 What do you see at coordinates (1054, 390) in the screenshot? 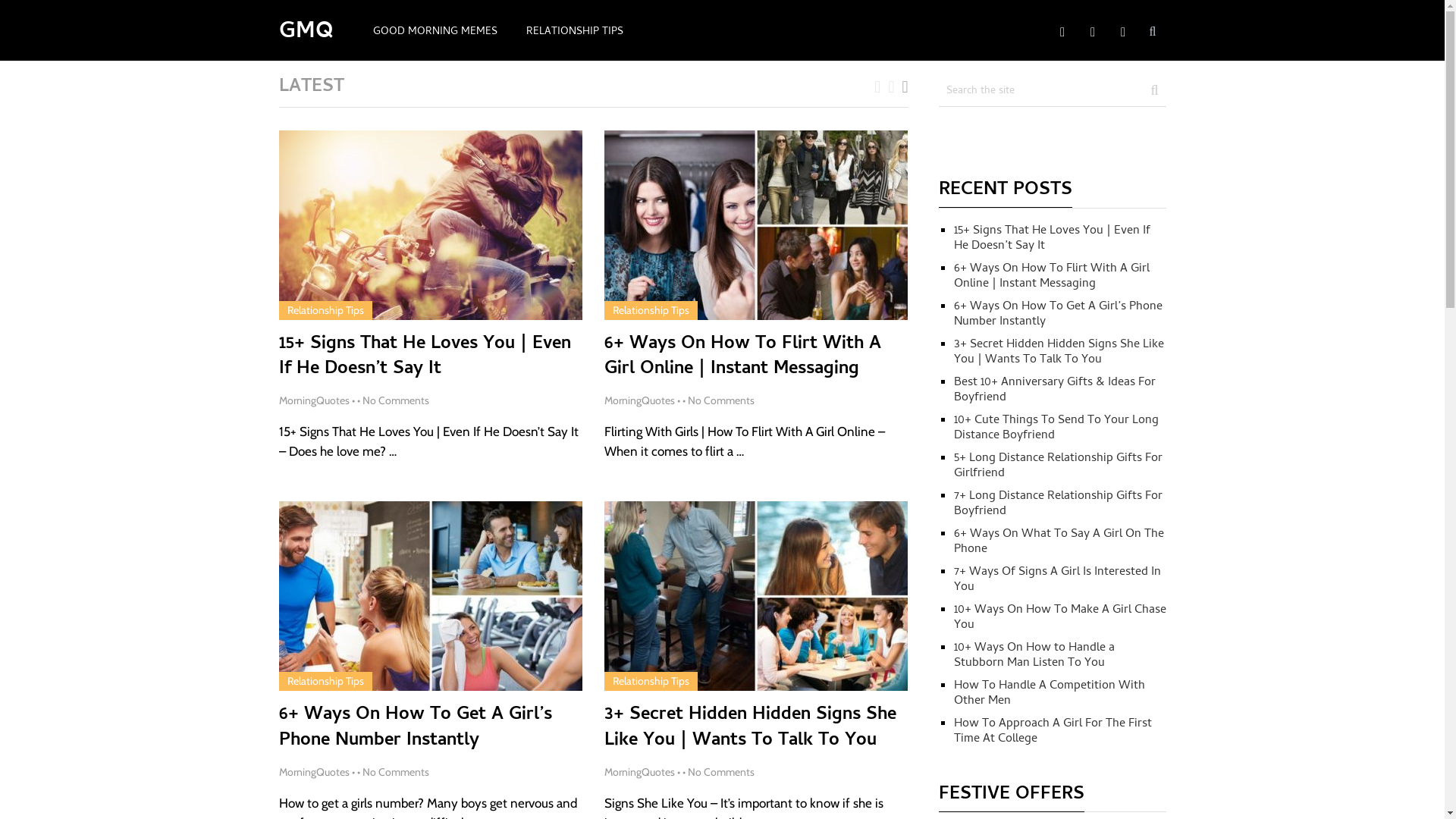
I see `'Best 10+ Anniversary Gifts & Ideas For Boyfriend'` at bounding box center [1054, 390].